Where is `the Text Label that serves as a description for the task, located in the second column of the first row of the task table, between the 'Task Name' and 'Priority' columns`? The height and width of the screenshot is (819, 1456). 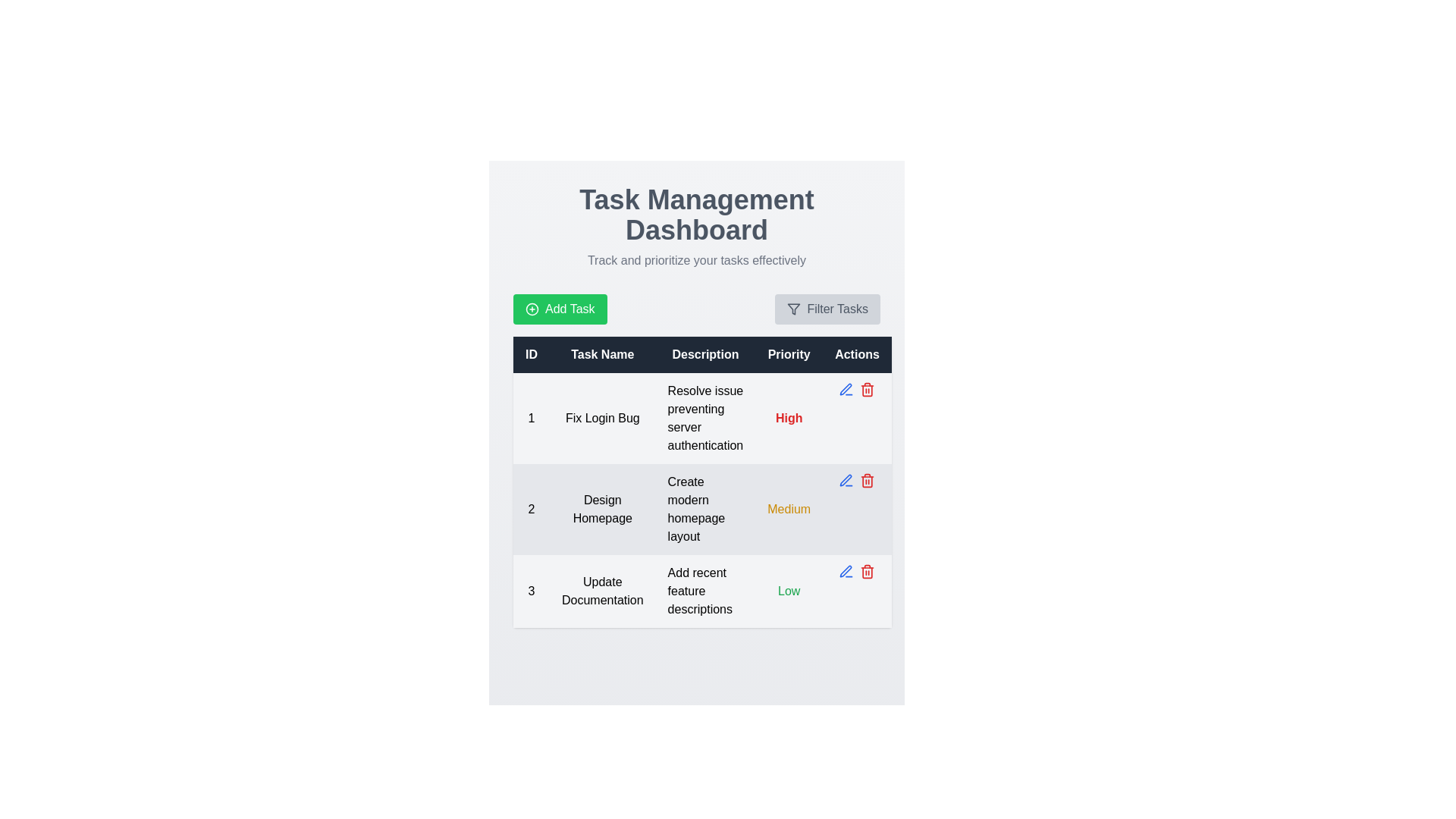
the Text Label that serves as a description for the task, located in the second column of the first row of the task table, between the 'Task Name' and 'Priority' columns is located at coordinates (704, 418).